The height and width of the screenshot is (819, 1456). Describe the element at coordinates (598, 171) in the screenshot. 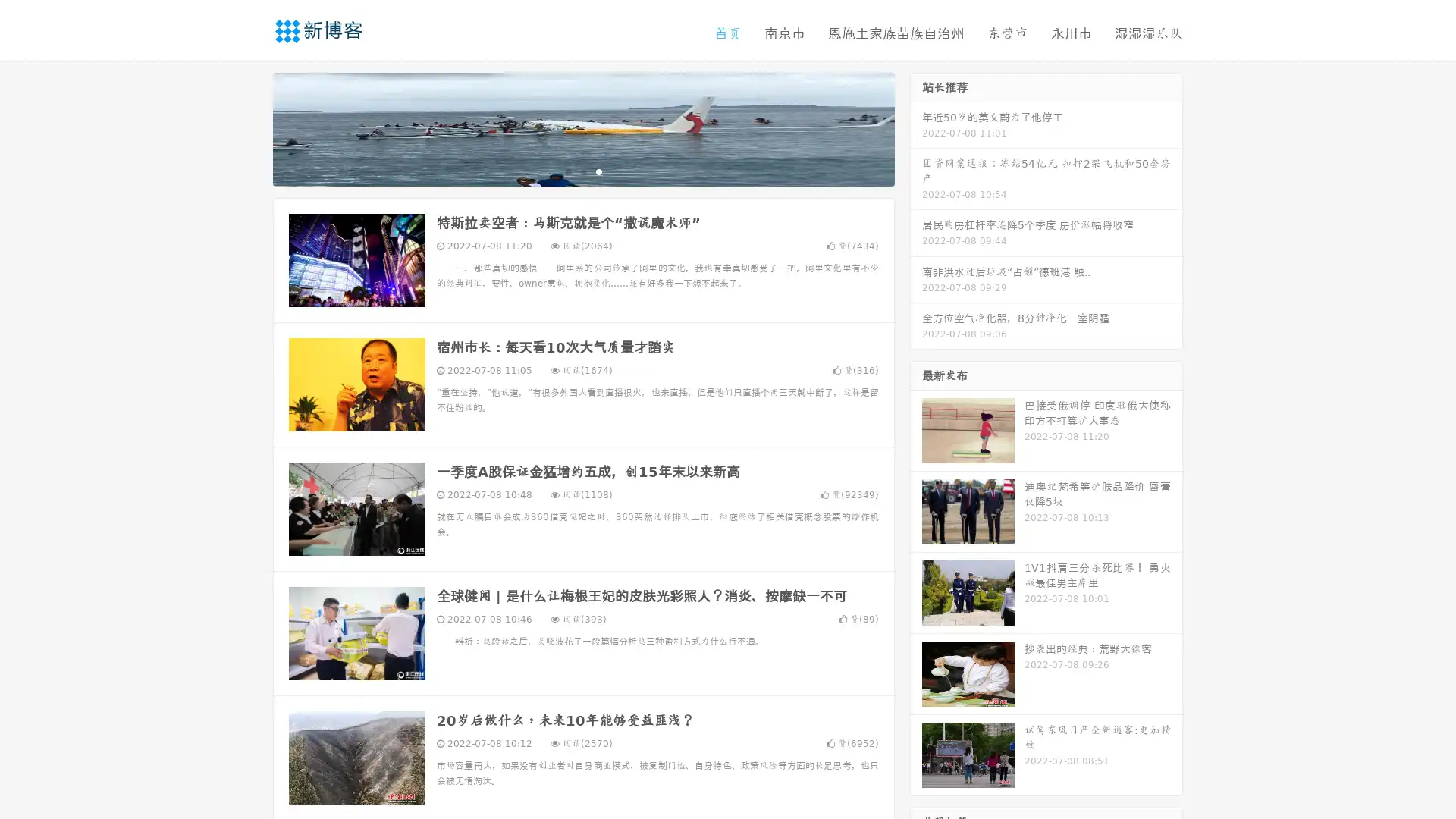

I see `Go to slide 3` at that location.